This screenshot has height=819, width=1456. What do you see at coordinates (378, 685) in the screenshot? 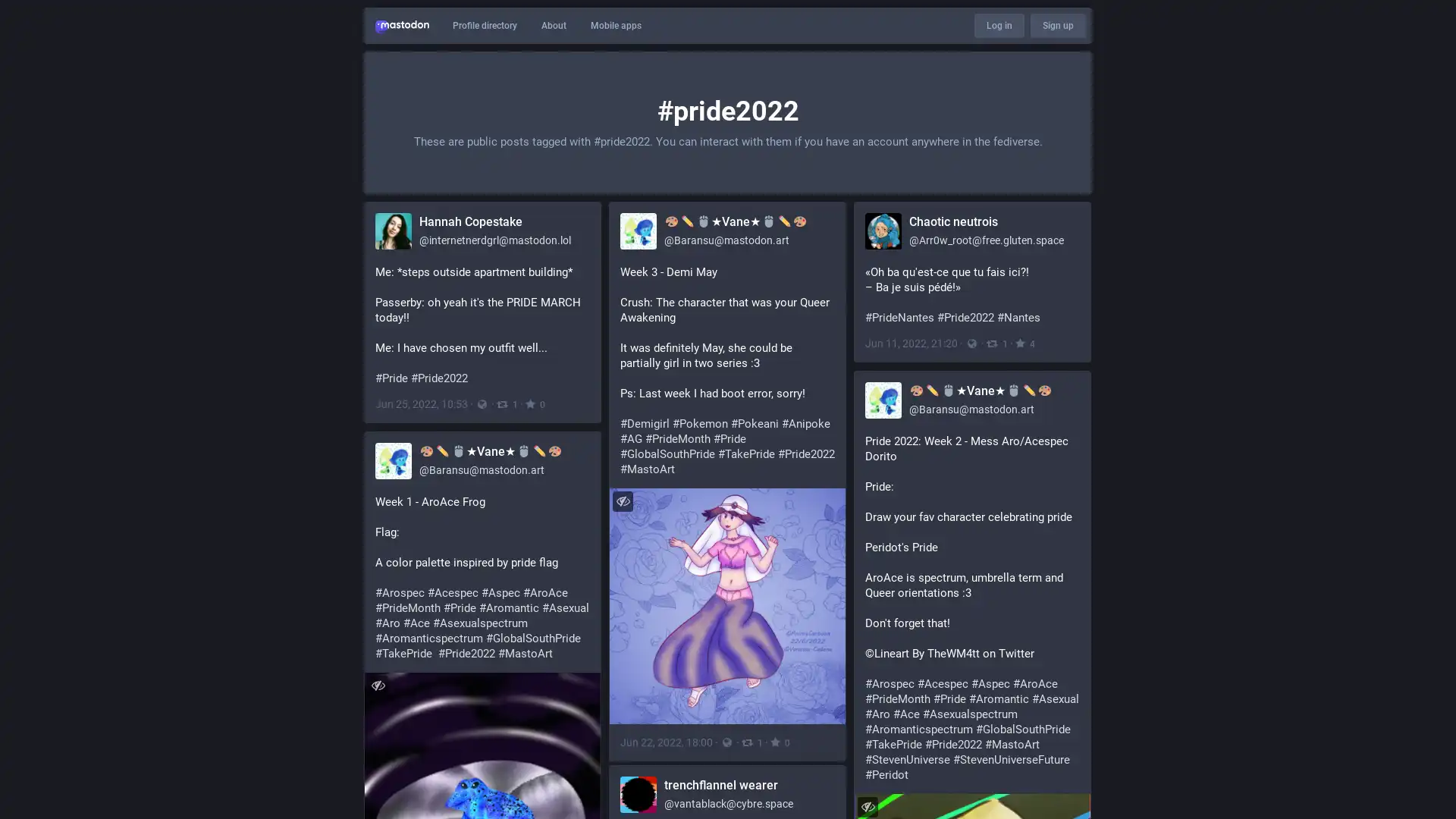
I see `Hide image` at bounding box center [378, 685].